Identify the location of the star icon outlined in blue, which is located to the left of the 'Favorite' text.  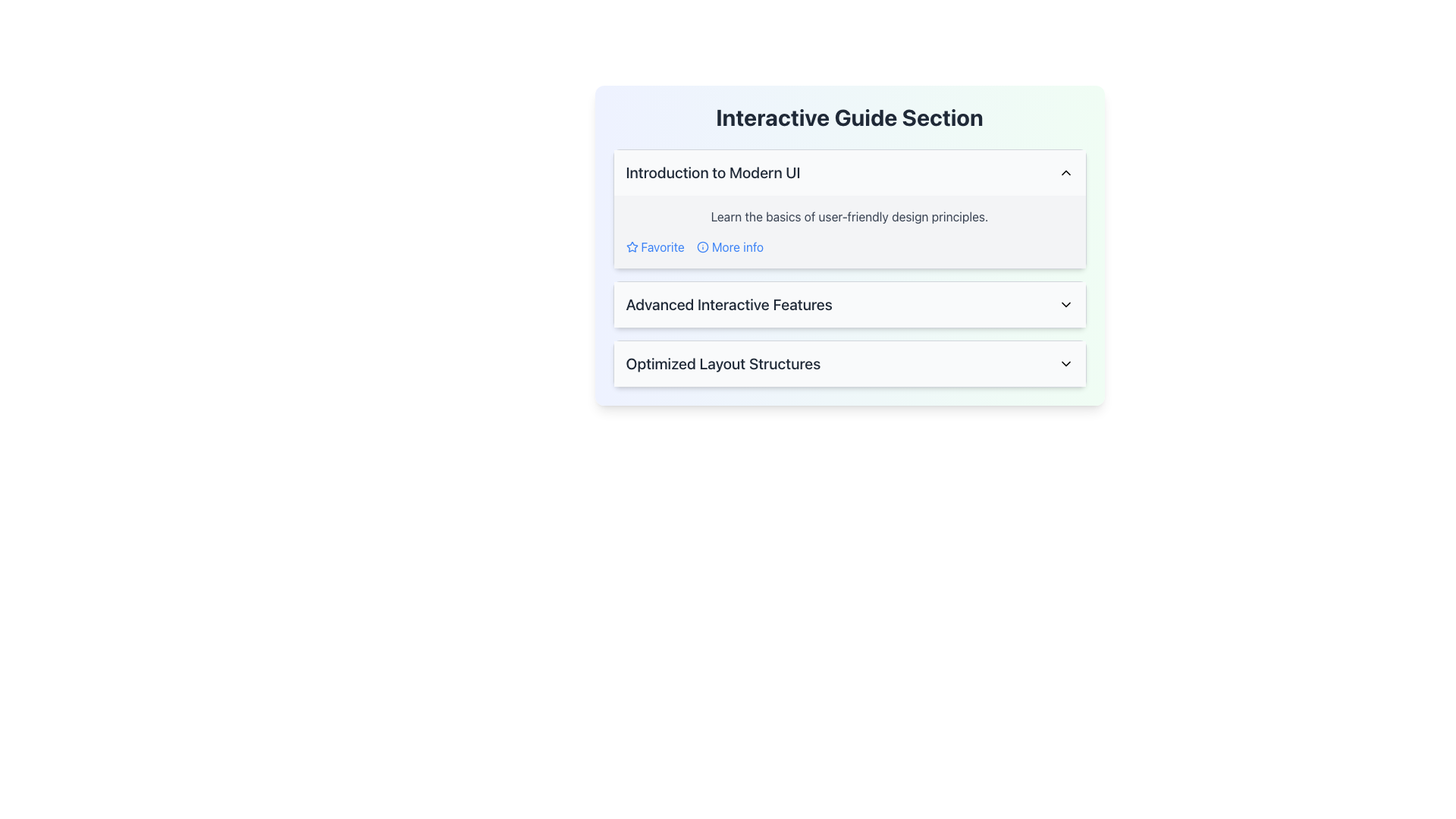
(632, 246).